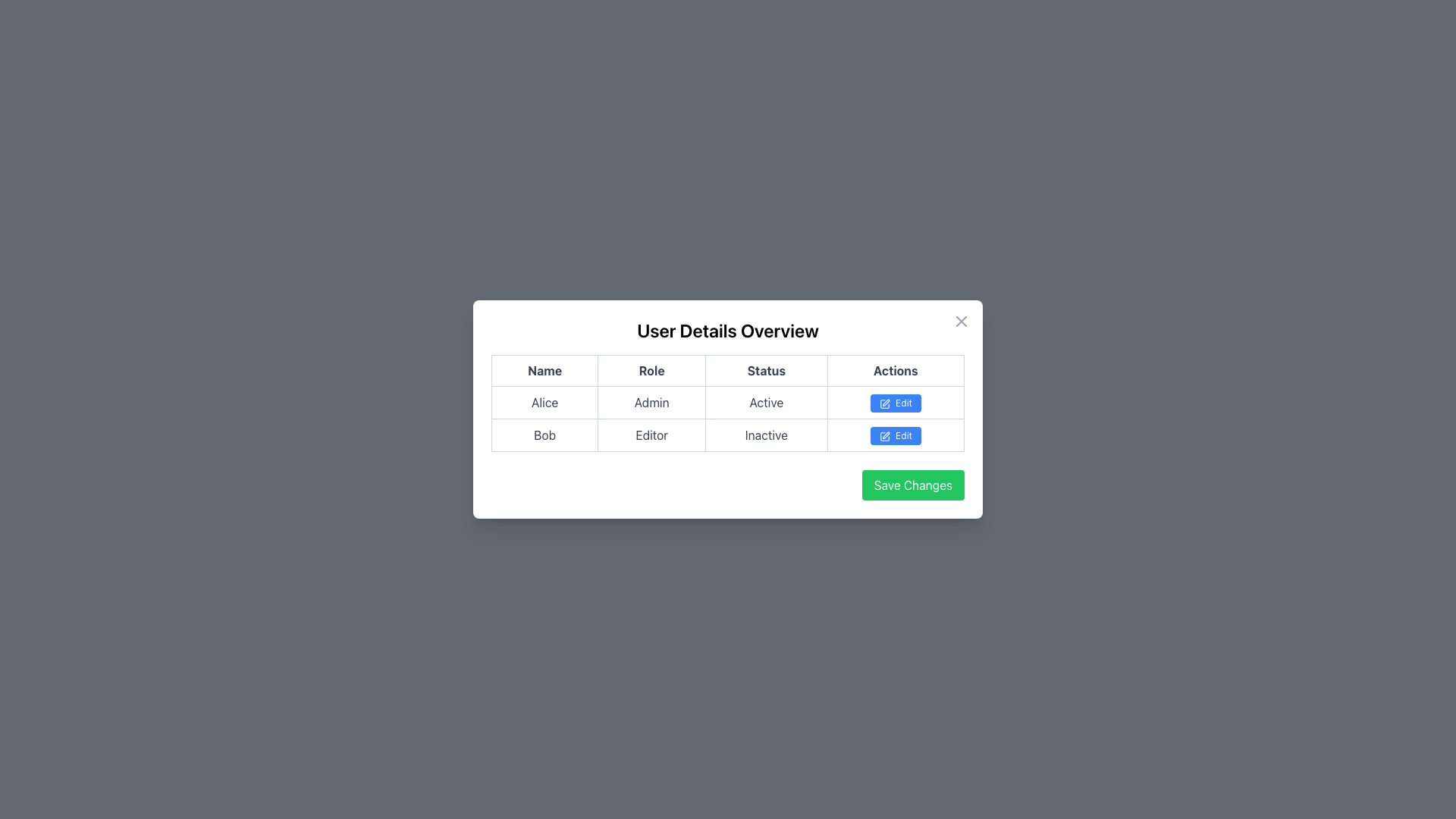 The image size is (1456, 819). What do you see at coordinates (884, 403) in the screenshot?
I see `the edit icon within the 'Edit' button located in the 'Actions' column of the second row for user 'Alice' to enable accessibility navigation` at bounding box center [884, 403].